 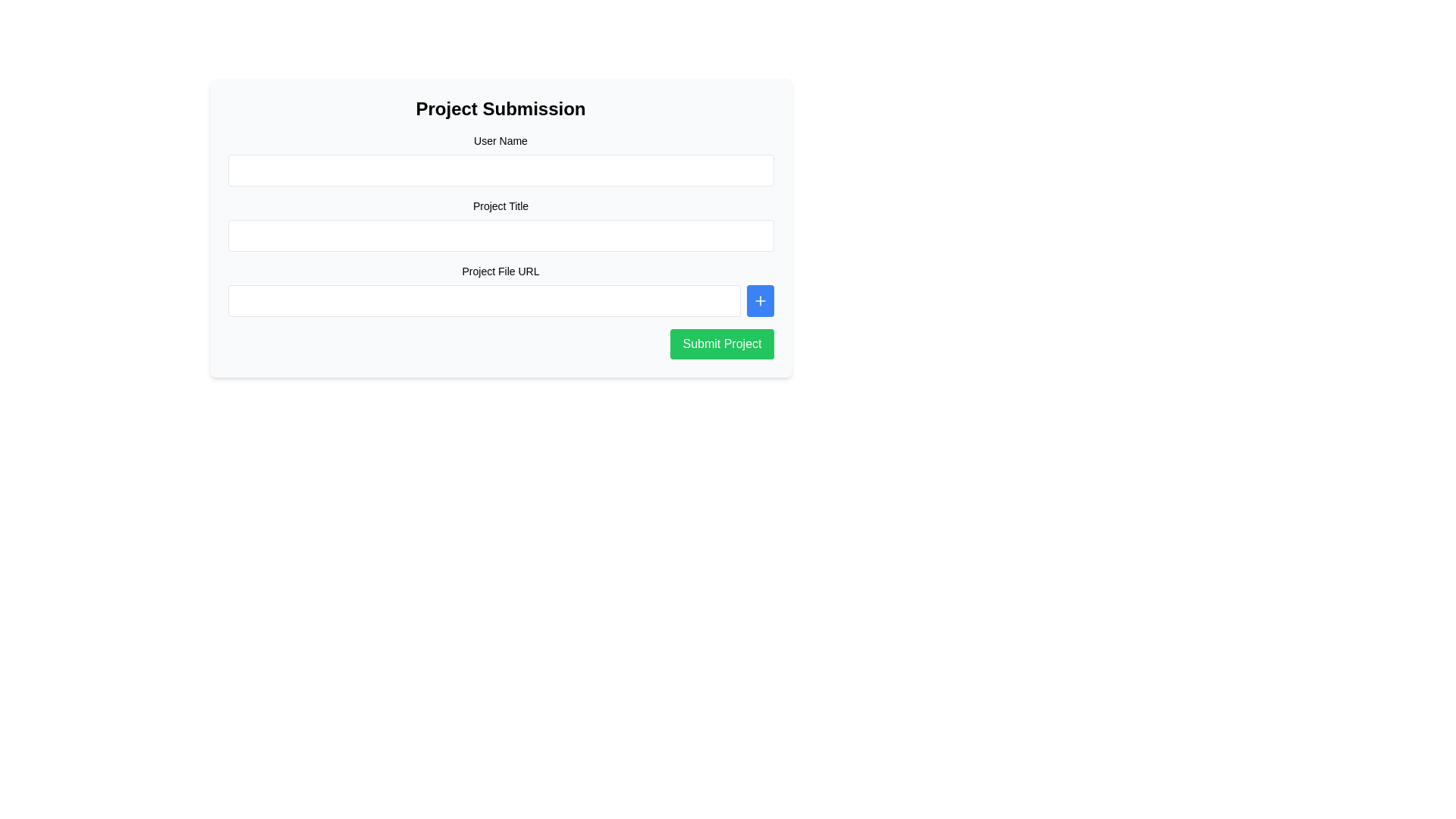 What do you see at coordinates (760, 301) in the screenshot?
I see `the small plus-shaped icon with a blue background, located to the right of the 'Project File URL' input field` at bounding box center [760, 301].